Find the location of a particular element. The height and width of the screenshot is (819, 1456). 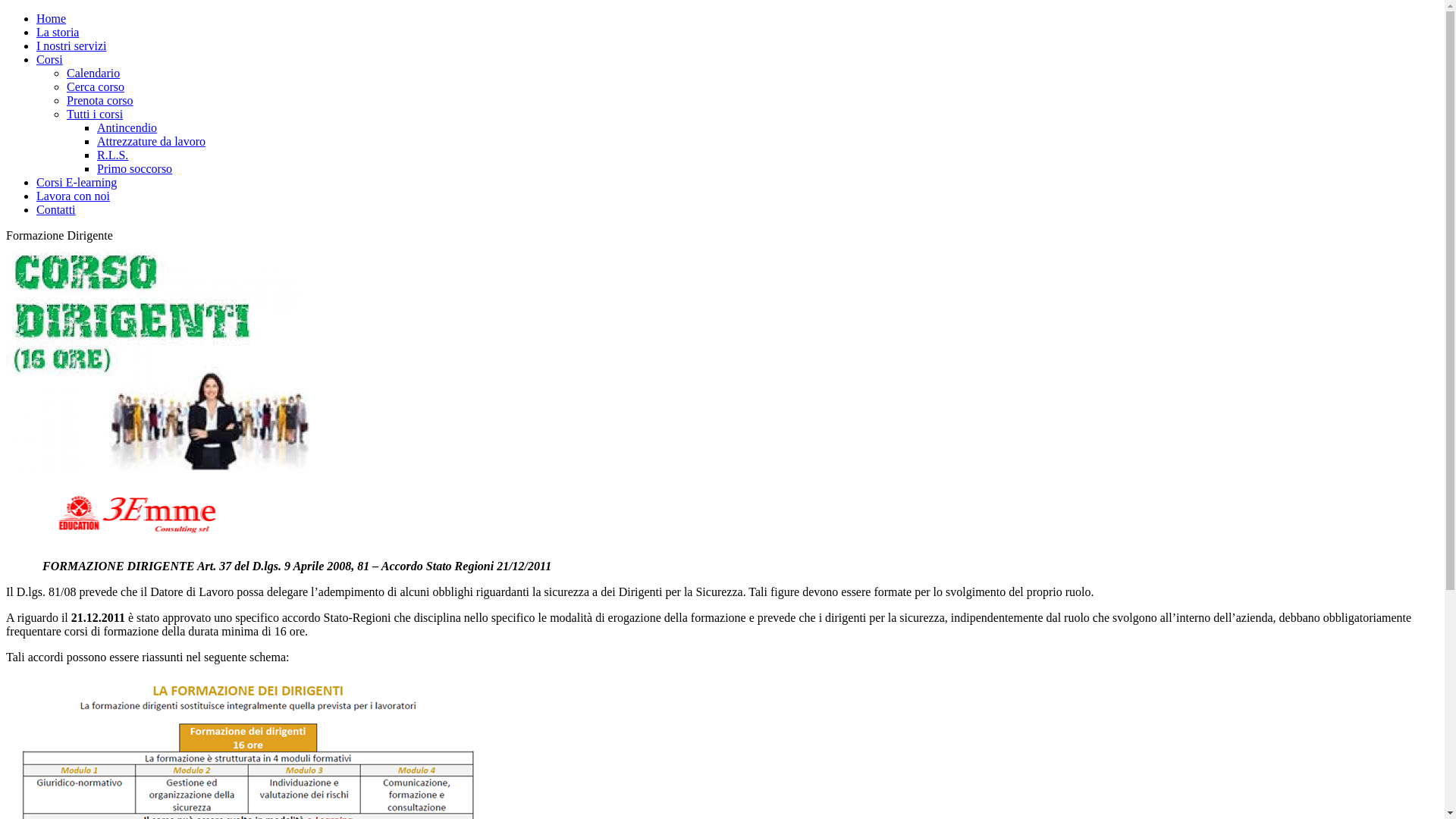

'Lavora con noi' is located at coordinates (72, 195).